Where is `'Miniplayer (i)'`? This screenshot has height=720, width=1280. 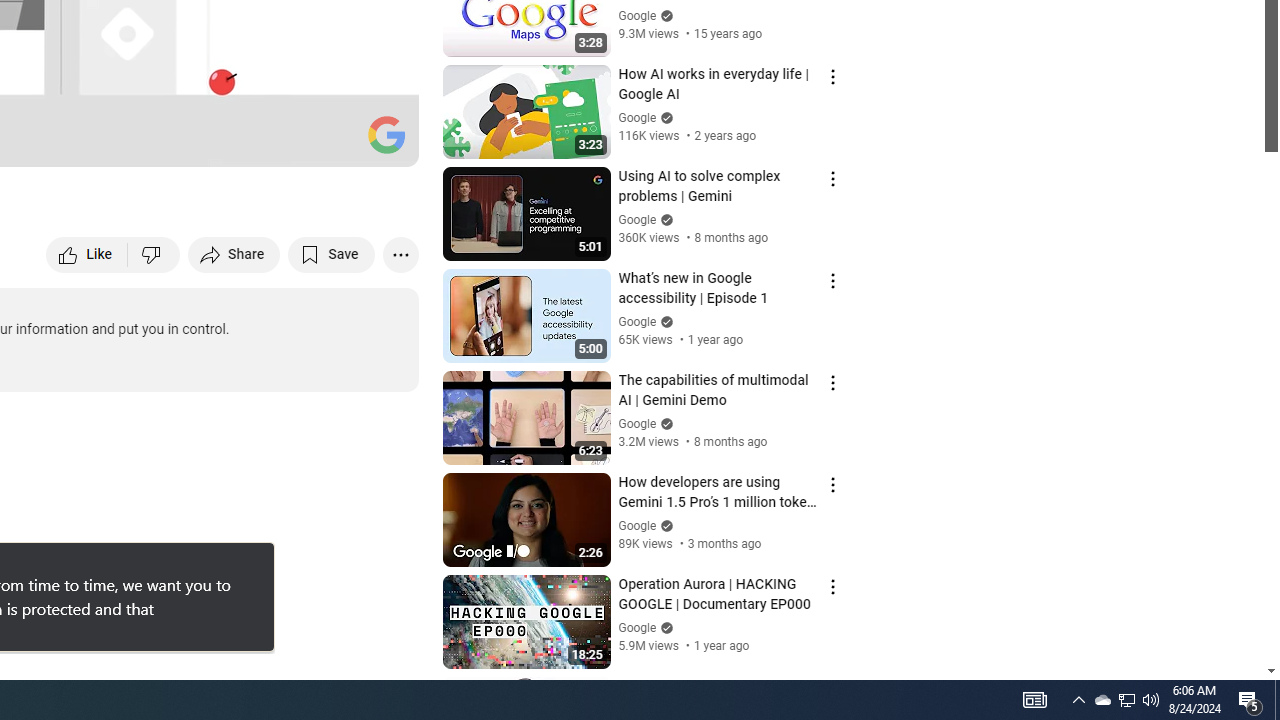
'Miniplayer (i)' is located at coordinates (285, 141).